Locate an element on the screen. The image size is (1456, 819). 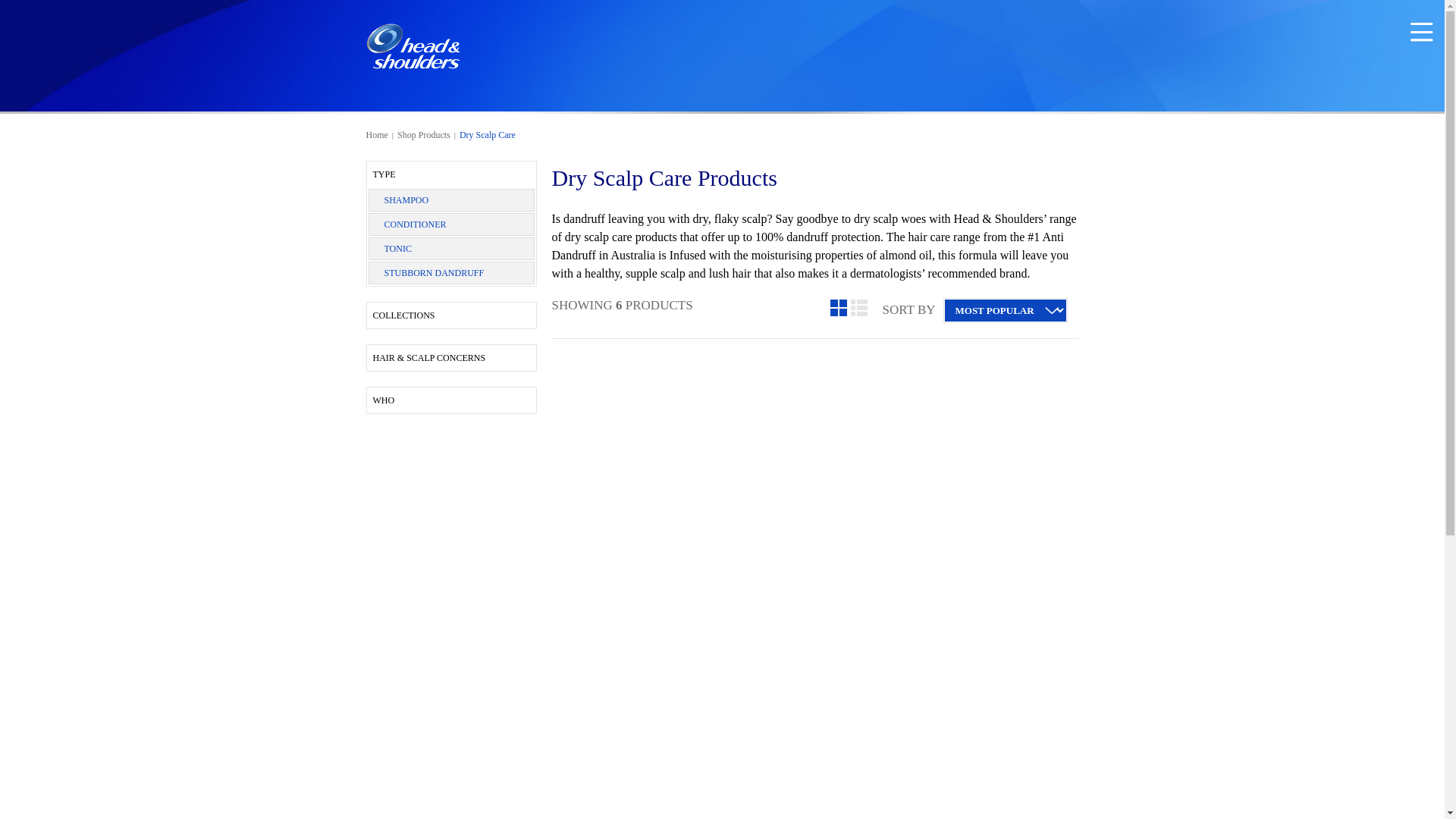
'CONDITIONER' is located at coordinates (415, 224).